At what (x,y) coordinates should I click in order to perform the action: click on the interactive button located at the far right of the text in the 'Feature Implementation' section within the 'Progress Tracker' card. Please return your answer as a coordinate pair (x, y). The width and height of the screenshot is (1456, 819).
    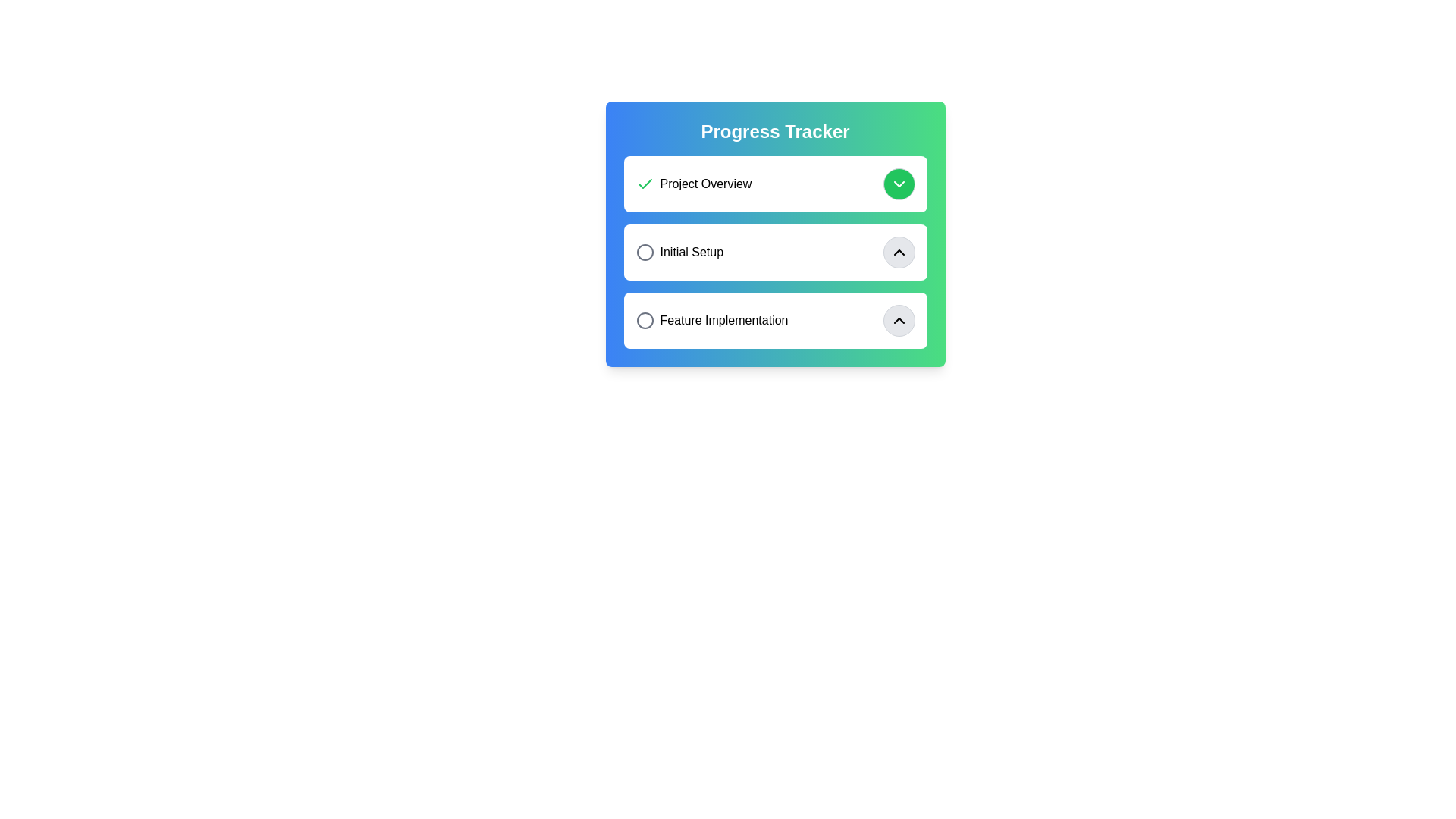
    Looking at the image, I should click on (899, 320).